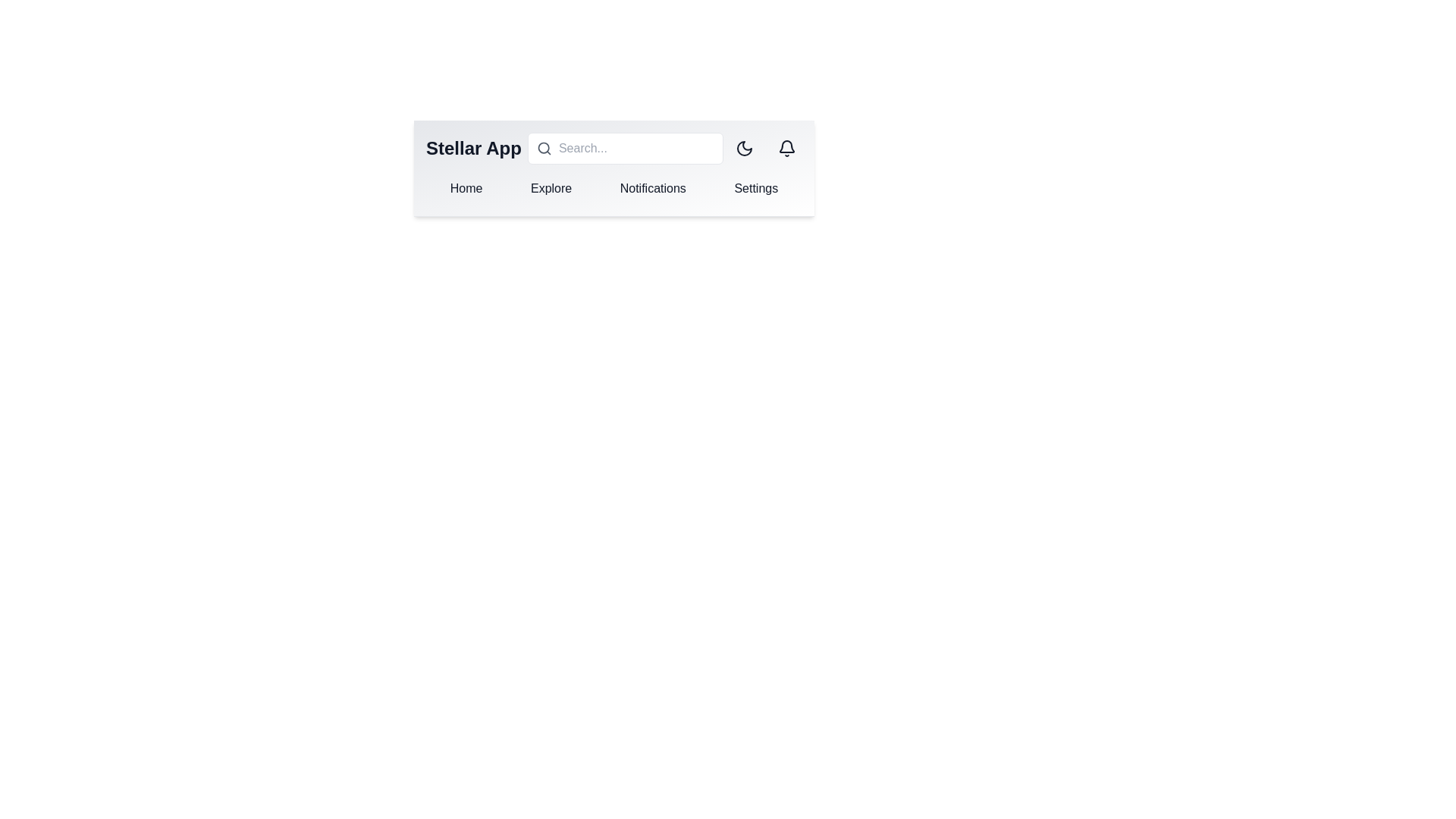 The image size is (1456, 819). I want to click on the moon/sun toggle button to toggle the dark mode, so click(745, 149).